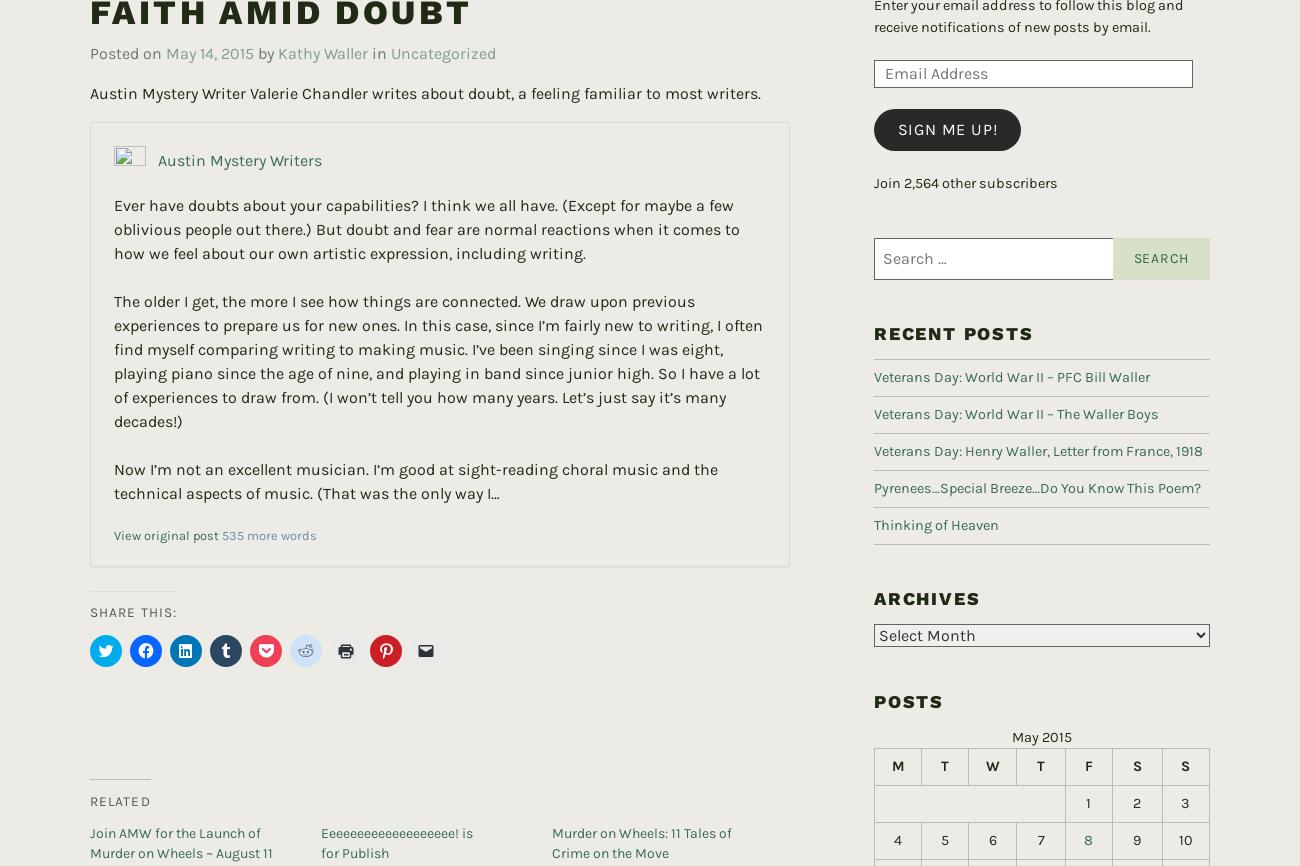 The height and width of the screenshot is (866, 1300). Describe the element at coordinates (323, 21) in the screenshot. I see `'Kathy Waller'` at that location.